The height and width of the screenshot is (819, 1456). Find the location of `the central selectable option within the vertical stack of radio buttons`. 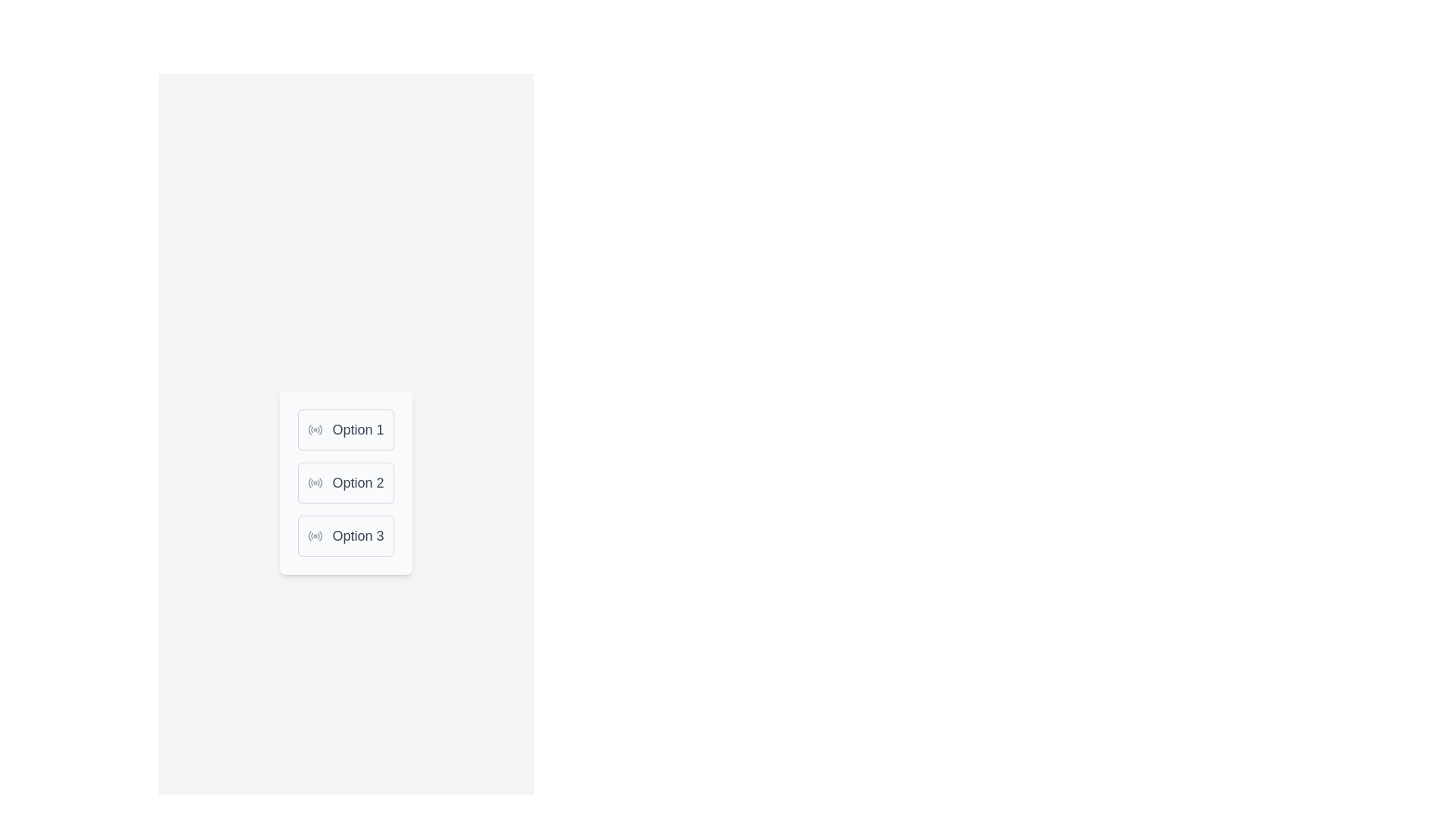

the central selectable option within the vertical stack of radio buttons is located at coordinates (345, 482).